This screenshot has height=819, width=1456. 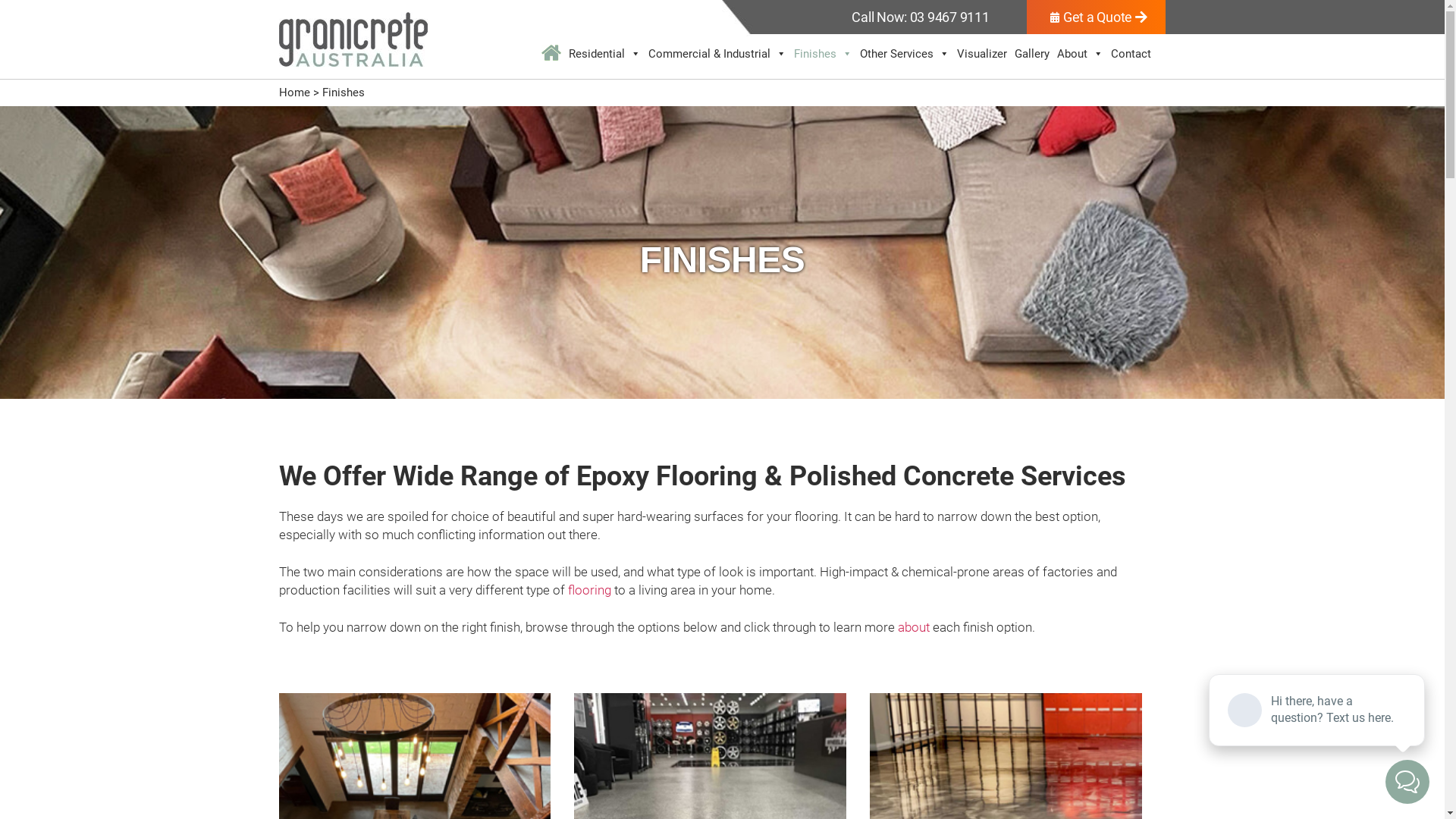 What do you see at coordinates (912, 626) in the screenshot?
I see `'about'` at bounding box center [912, 626].